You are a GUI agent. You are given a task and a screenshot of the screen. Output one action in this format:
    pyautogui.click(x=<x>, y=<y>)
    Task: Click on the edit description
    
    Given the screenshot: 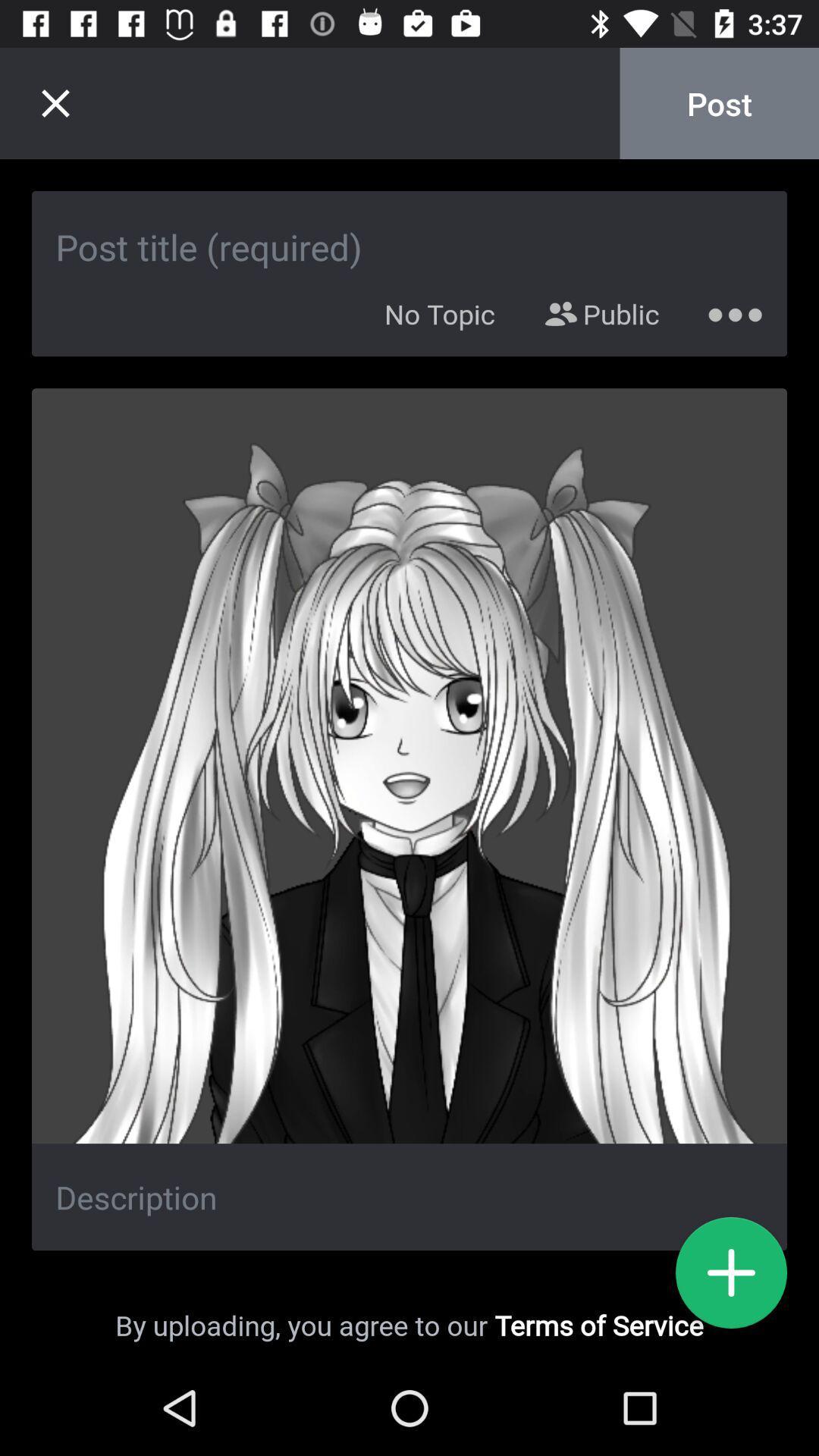 What is the action you would take?
    pyautogui.click(x=409, y=1196)
    